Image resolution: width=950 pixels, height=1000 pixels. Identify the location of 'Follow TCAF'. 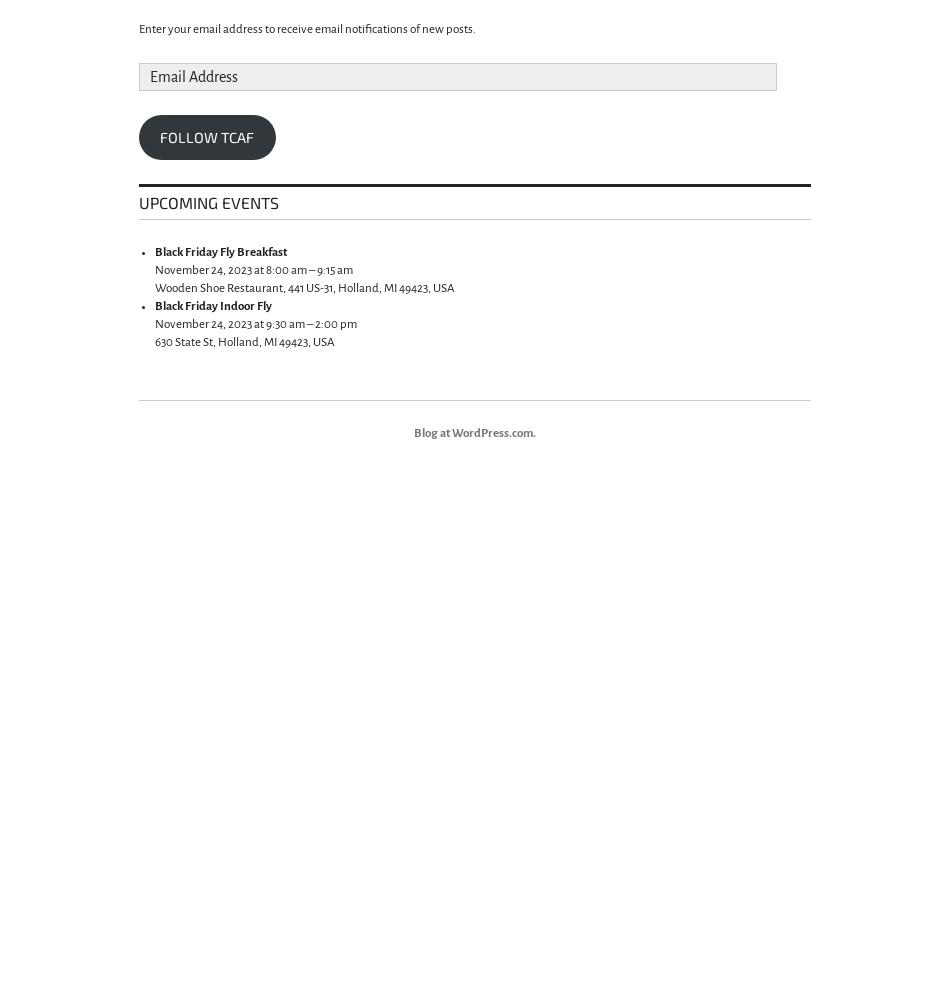
(207, 136).